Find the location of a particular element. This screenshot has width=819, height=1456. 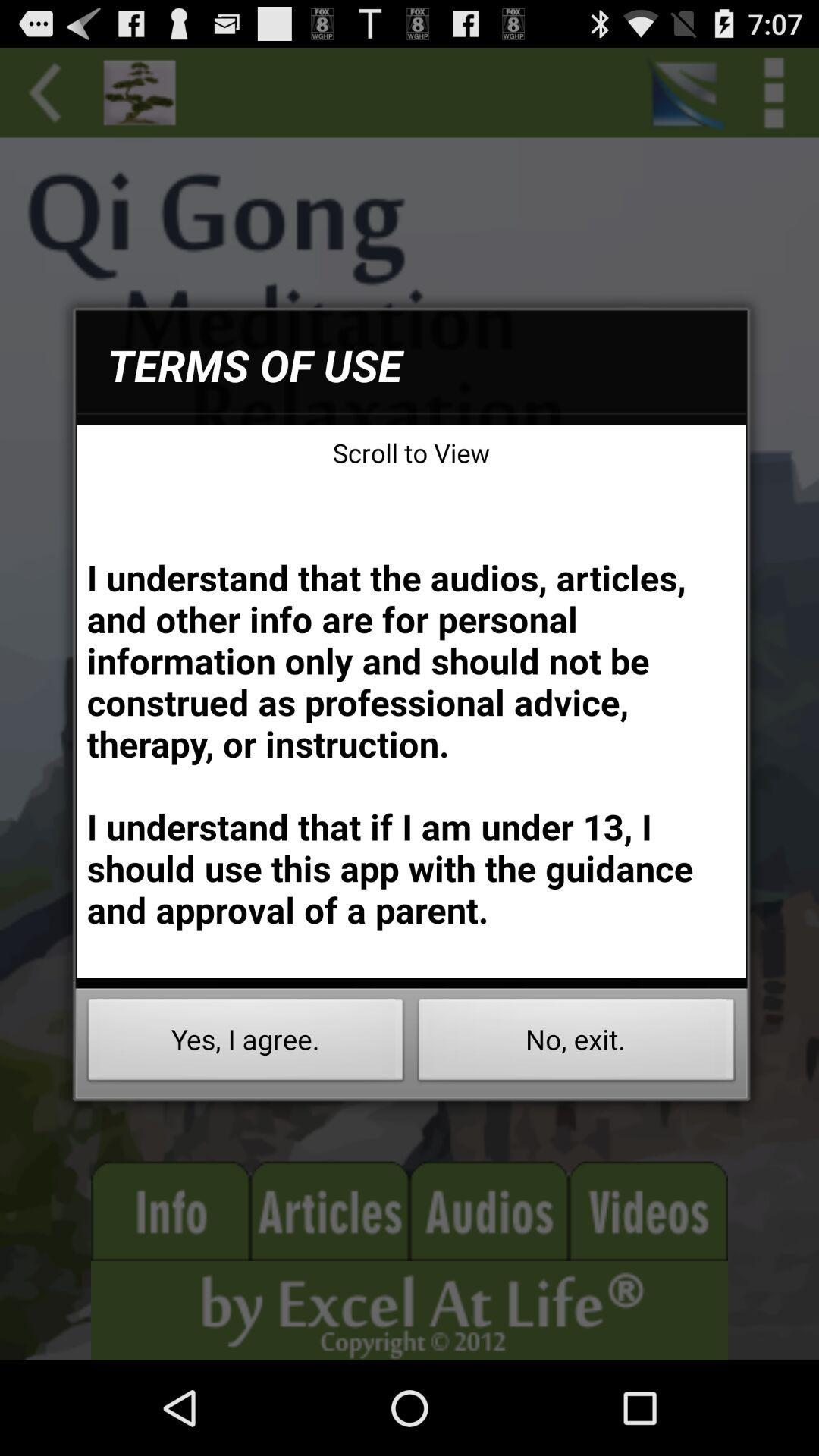

the icon below the i understand that app is located at coordinates (576, 1043).